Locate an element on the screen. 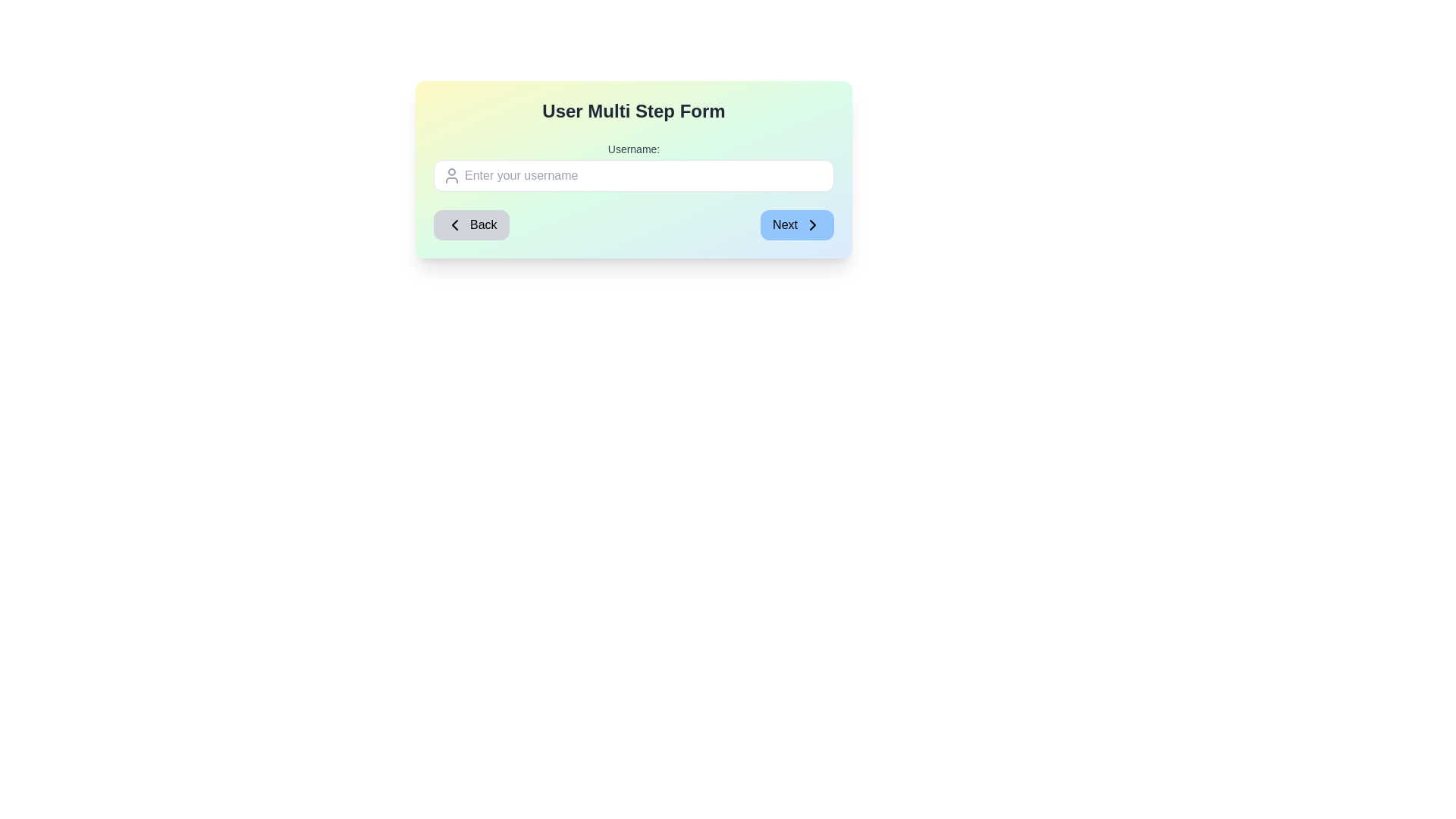 The height and width of the screenshot is (819, 1456). the leftward-facing chevron icon within the 'Back' button is located at coordinates (454, 225).